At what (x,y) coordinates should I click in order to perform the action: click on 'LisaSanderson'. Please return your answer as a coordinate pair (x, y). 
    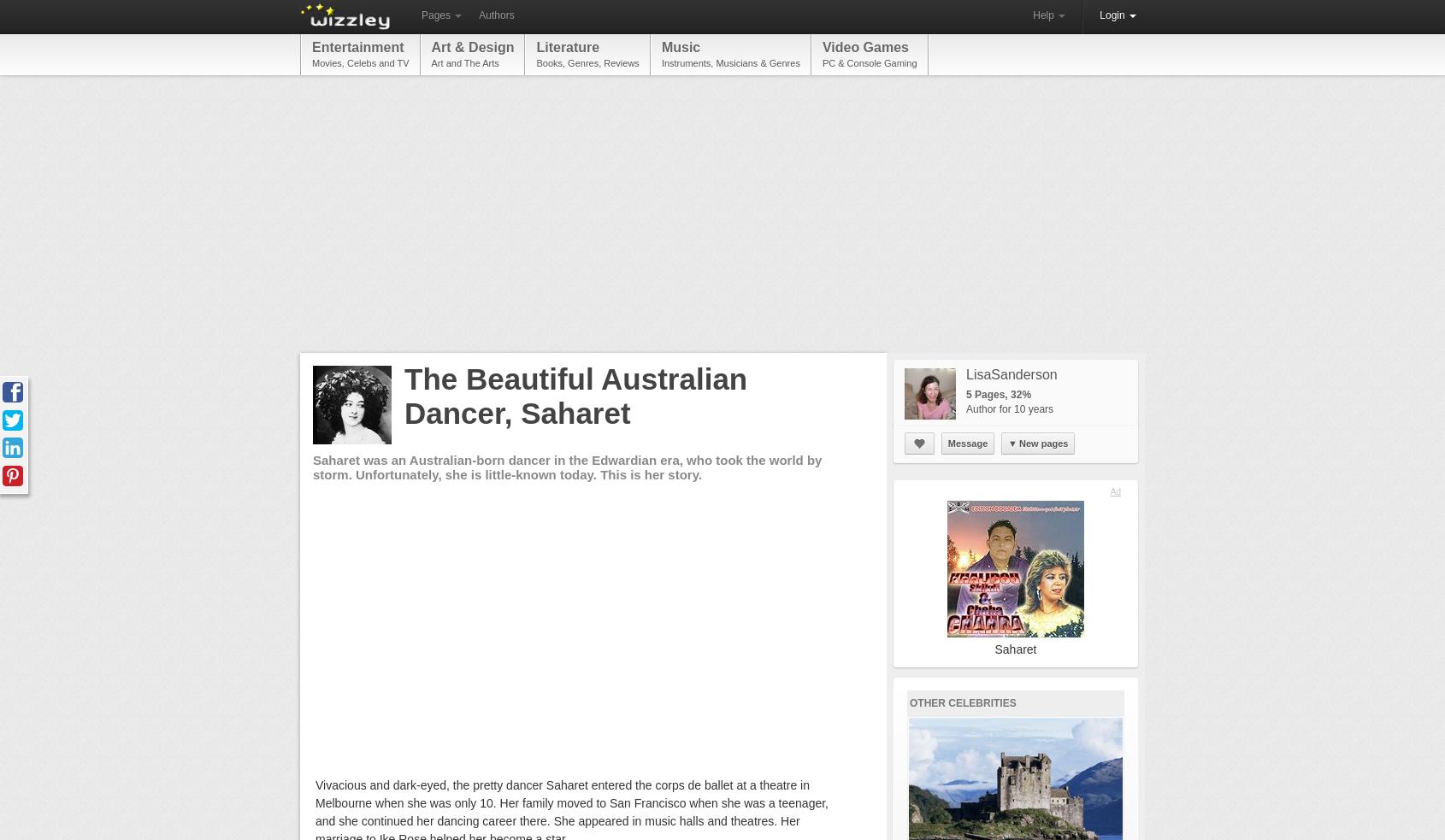
    Looking at the image, I should click on (1011, 373).